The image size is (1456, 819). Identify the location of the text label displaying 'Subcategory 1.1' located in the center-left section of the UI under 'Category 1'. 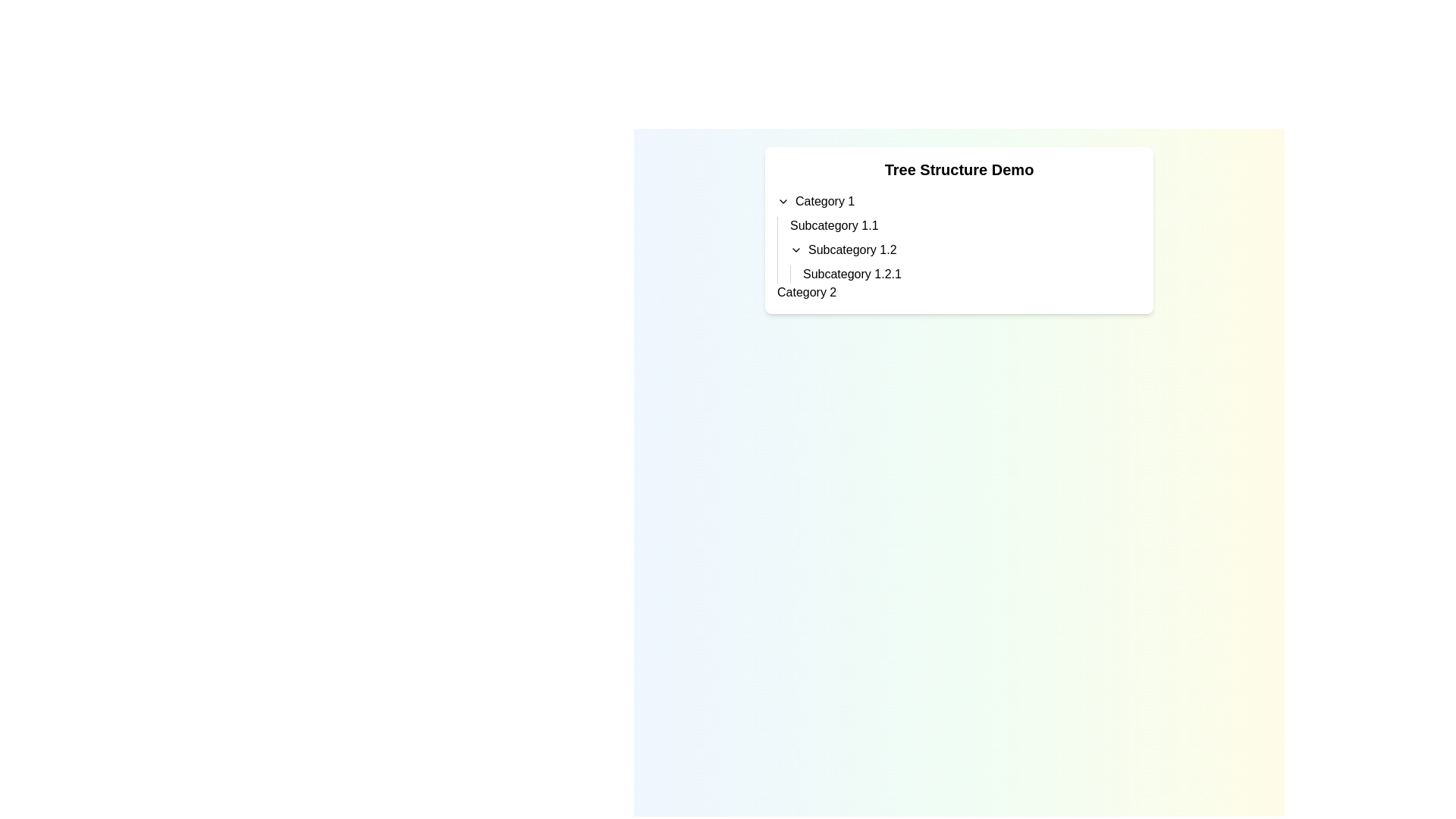
(833, 225).